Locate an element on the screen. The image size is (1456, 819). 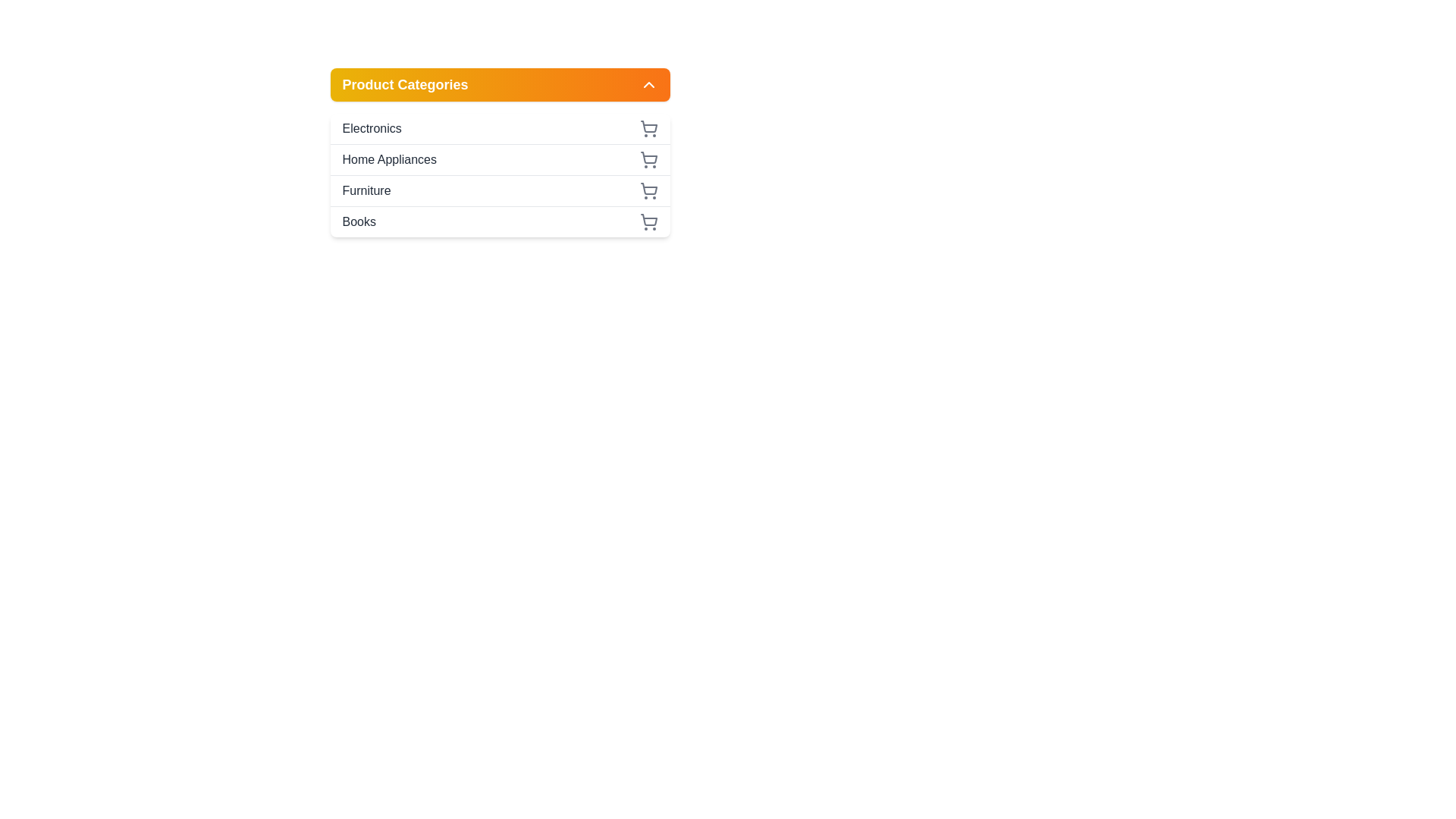
the shopping cart icon in the rightmost section of the 'Home Appliances' row, which is the second row from the top in a vertical list layout is located at coordinates (648, 160).